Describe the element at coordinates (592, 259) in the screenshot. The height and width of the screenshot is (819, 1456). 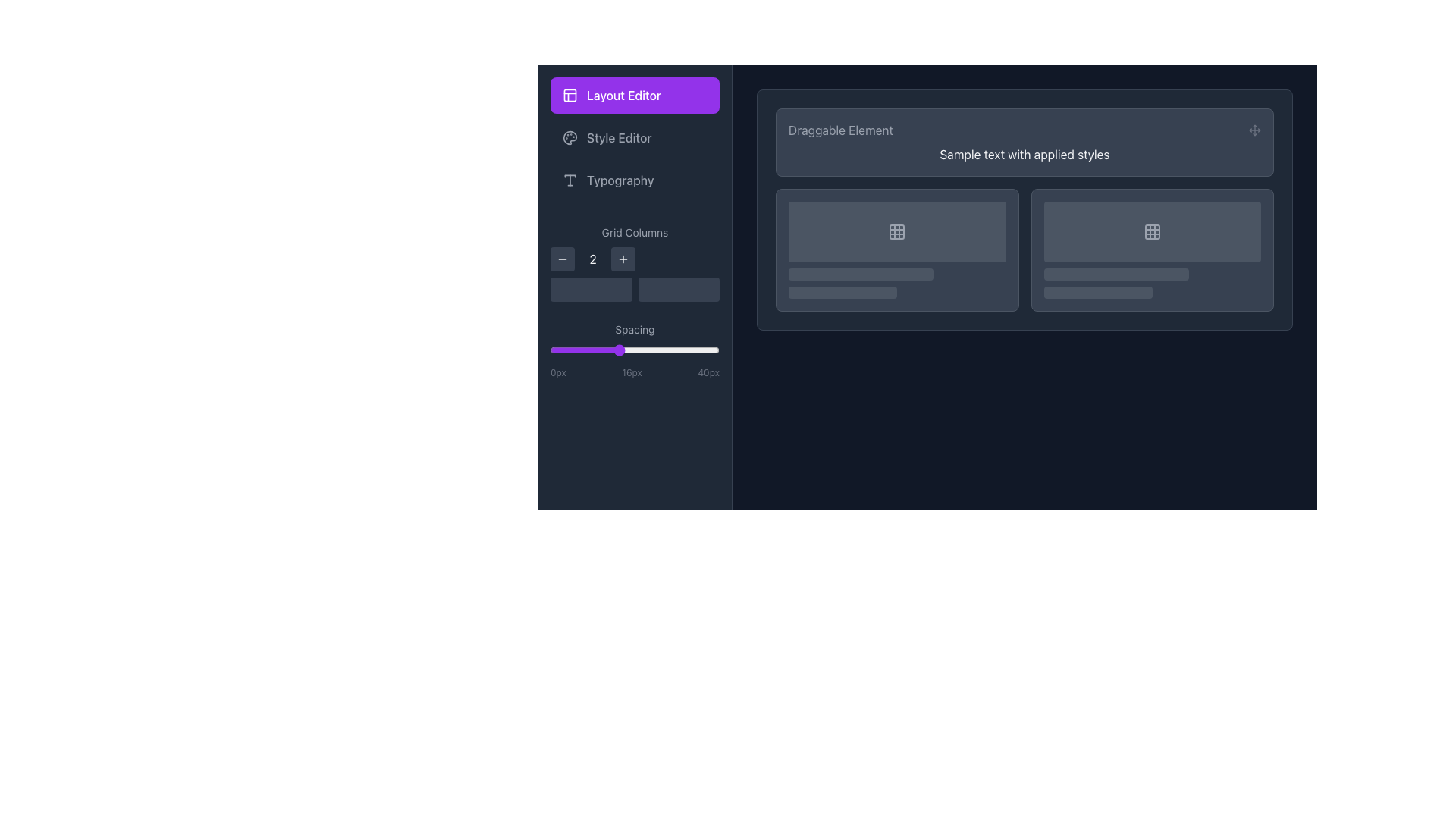
I see `the Label displaying the current value of the 'Grid Columns' setting, located between the '-' and '+' buttons in the 'Layout Editor' sidebar` at that location.